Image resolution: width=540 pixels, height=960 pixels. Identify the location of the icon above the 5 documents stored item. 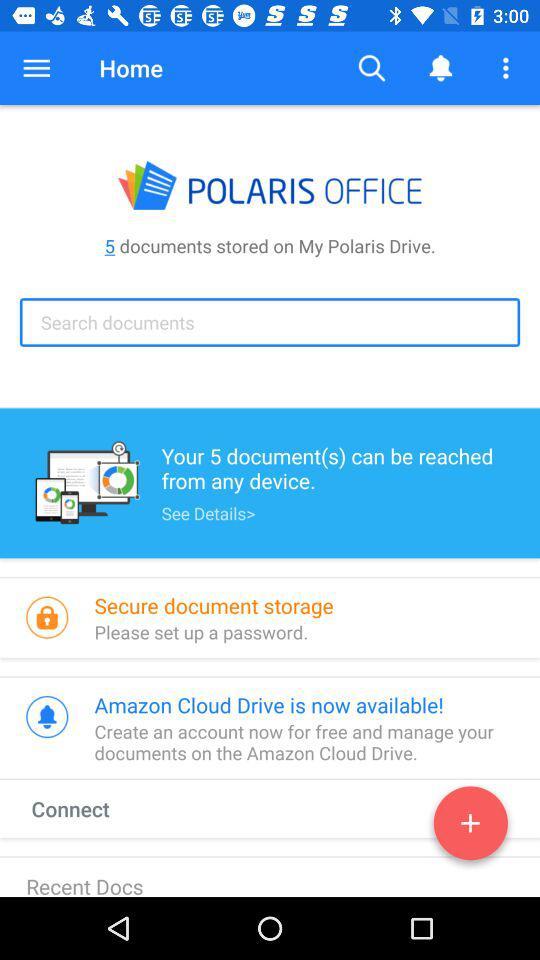
(36, 68).